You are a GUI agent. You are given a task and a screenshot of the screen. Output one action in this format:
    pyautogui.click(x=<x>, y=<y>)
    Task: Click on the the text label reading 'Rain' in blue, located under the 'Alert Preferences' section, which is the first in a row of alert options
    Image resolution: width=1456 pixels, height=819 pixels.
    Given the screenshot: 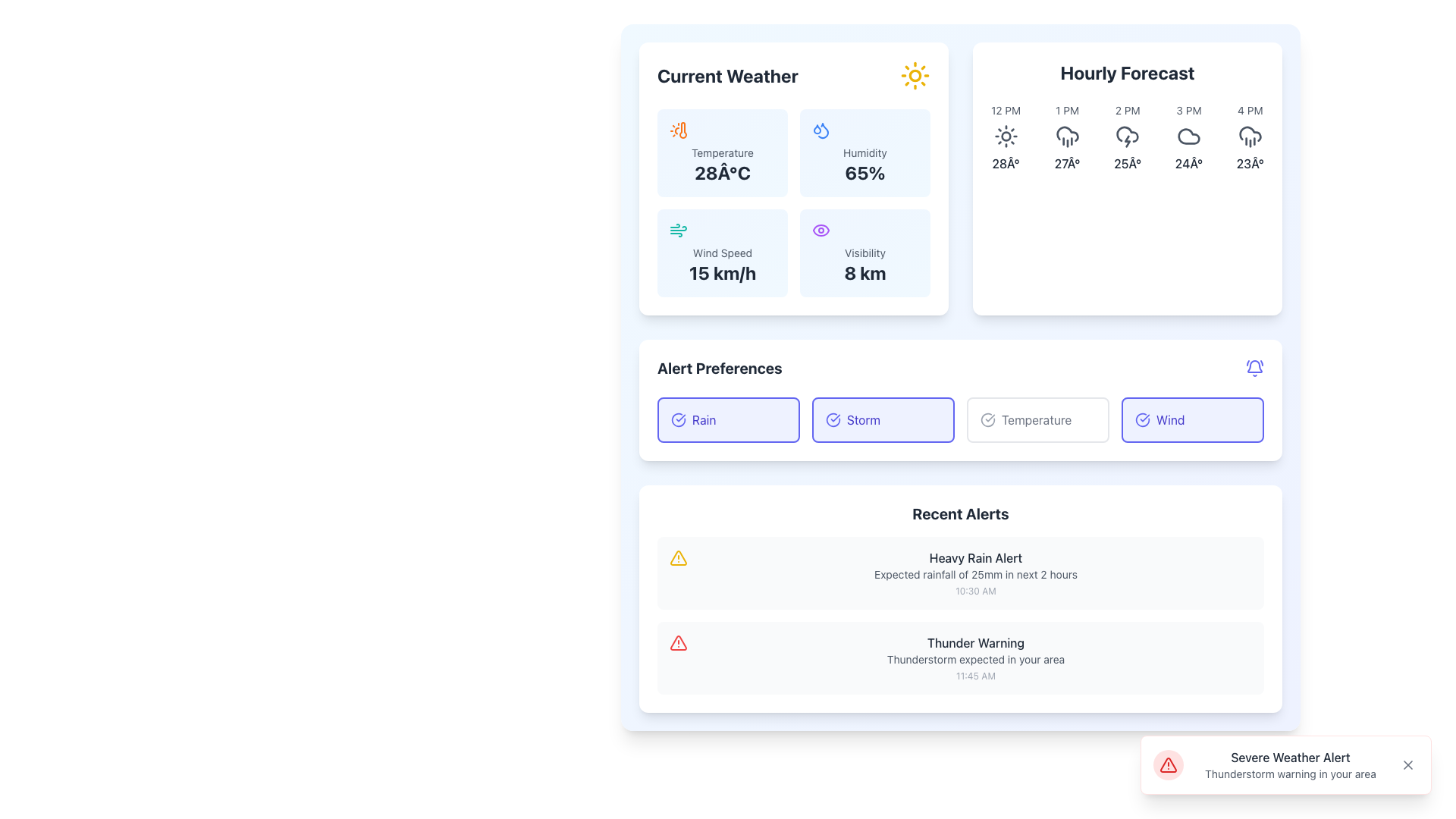 What is the action you would take?
    pyautogui.click(x=703, y=420)
    